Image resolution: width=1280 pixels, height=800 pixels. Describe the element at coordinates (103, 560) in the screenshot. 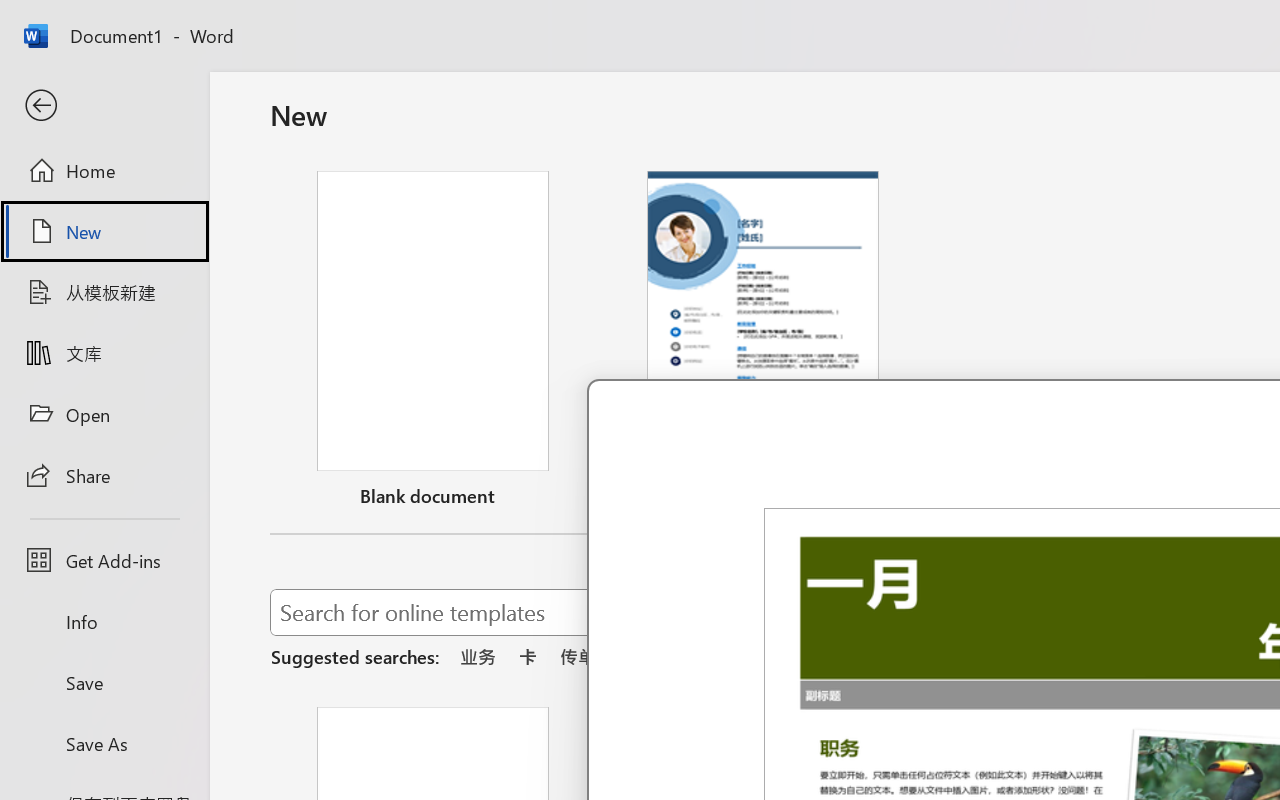

I see `'Get Add-ins'` at that location.